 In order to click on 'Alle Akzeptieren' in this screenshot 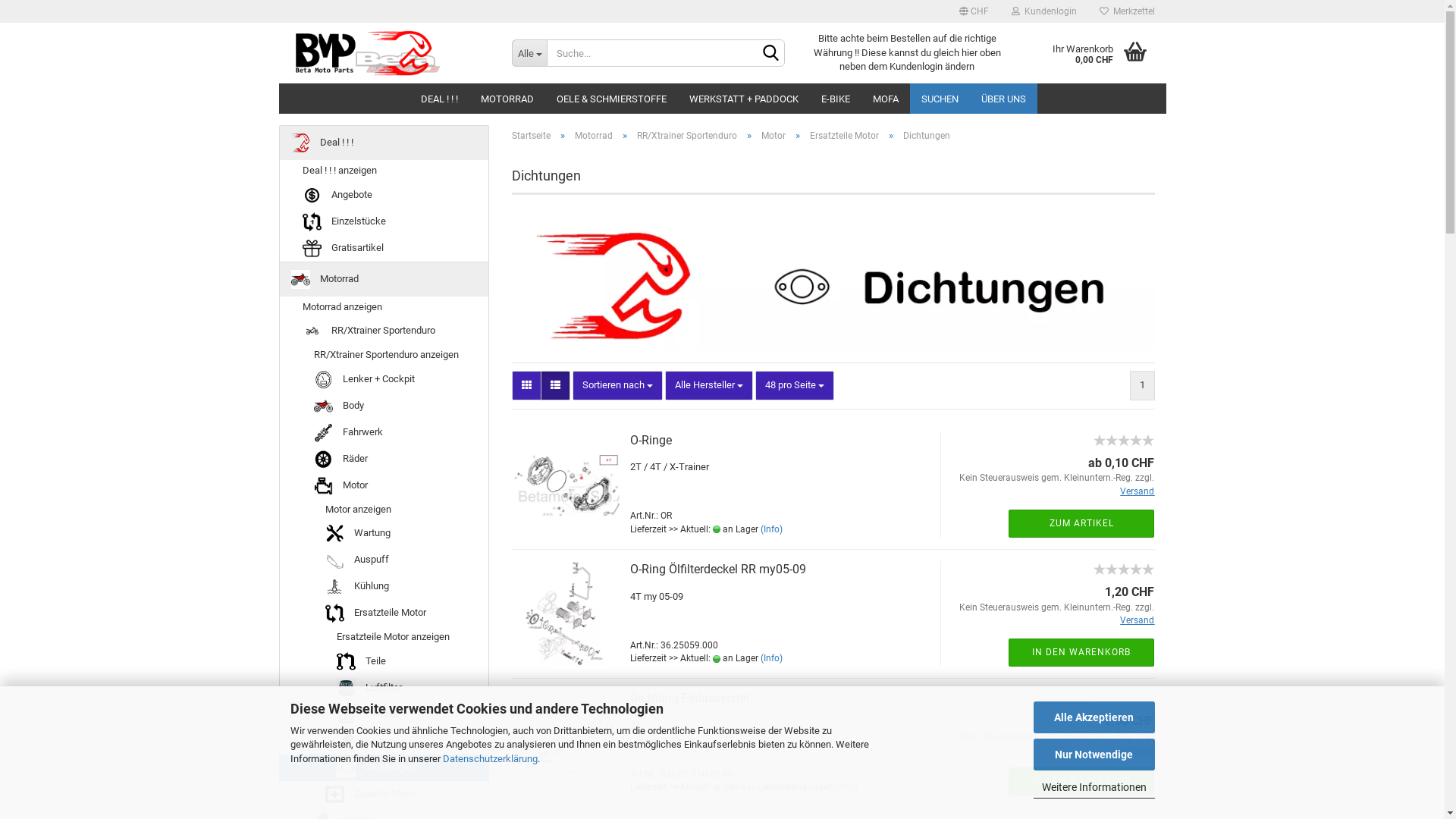, I will do `click(1093, 717)`.